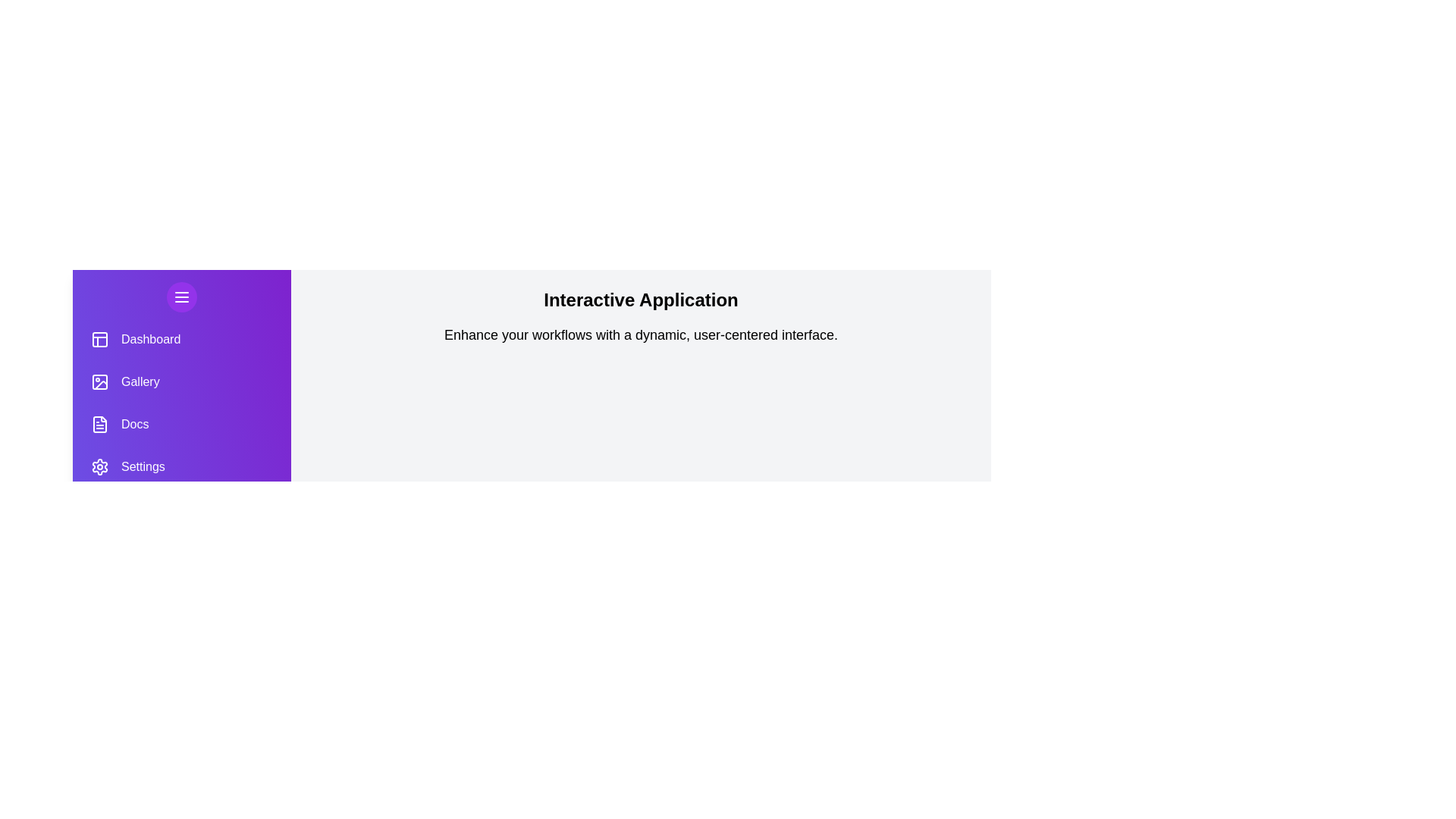 The width and height of the screenshot is (1456, 819). What do you see at coordinates (182, 424) in the screenshot?
I see `the Docs menu item to navigate to the respective section` at bounding box center [182, 424].